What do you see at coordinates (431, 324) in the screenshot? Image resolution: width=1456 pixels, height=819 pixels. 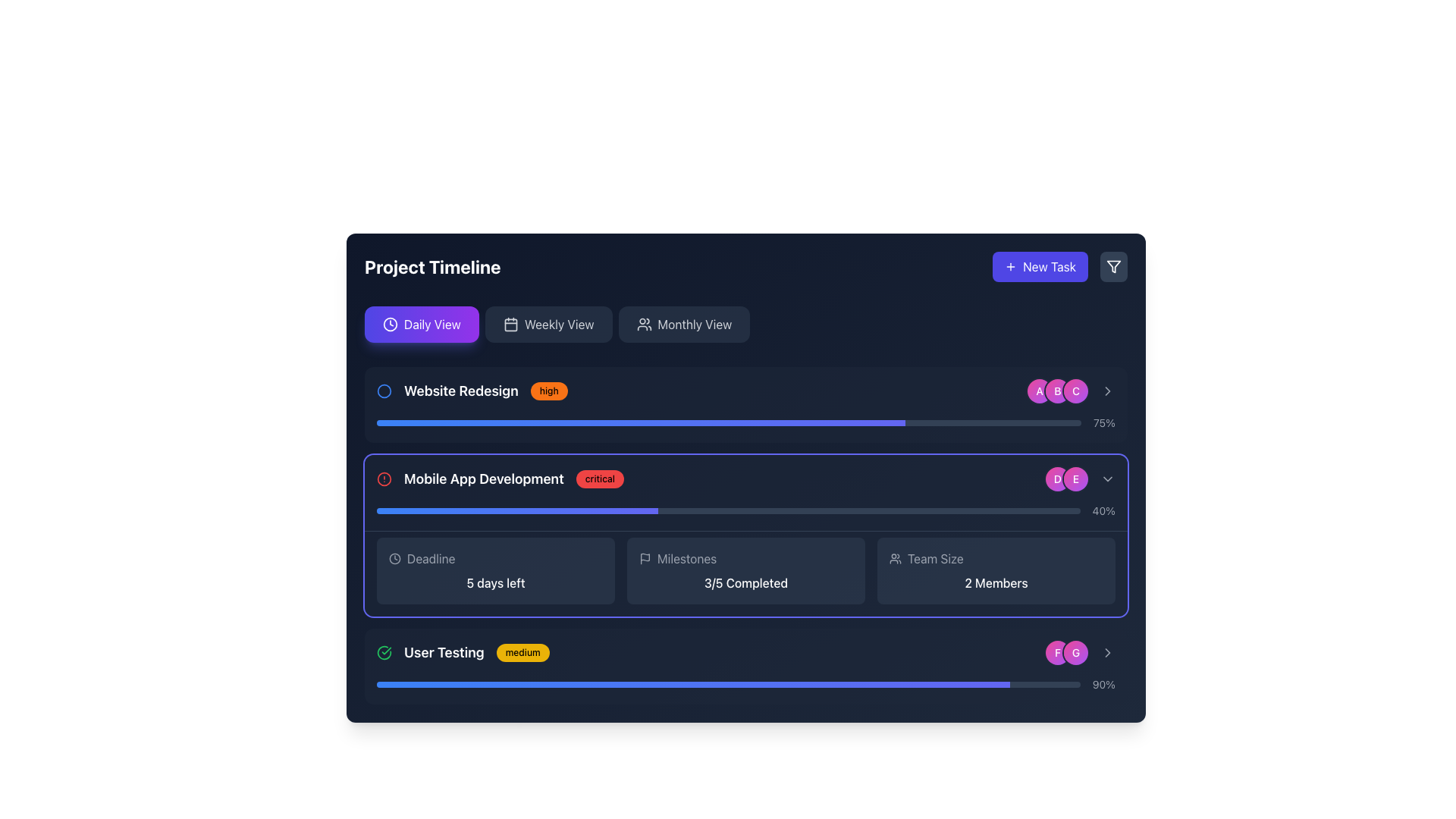 I see `the button labeled 'Daily View' which is styled with a bold white font on a gradient purple background, located in the upper-left section of the interface` at bounding box center [431, 324].